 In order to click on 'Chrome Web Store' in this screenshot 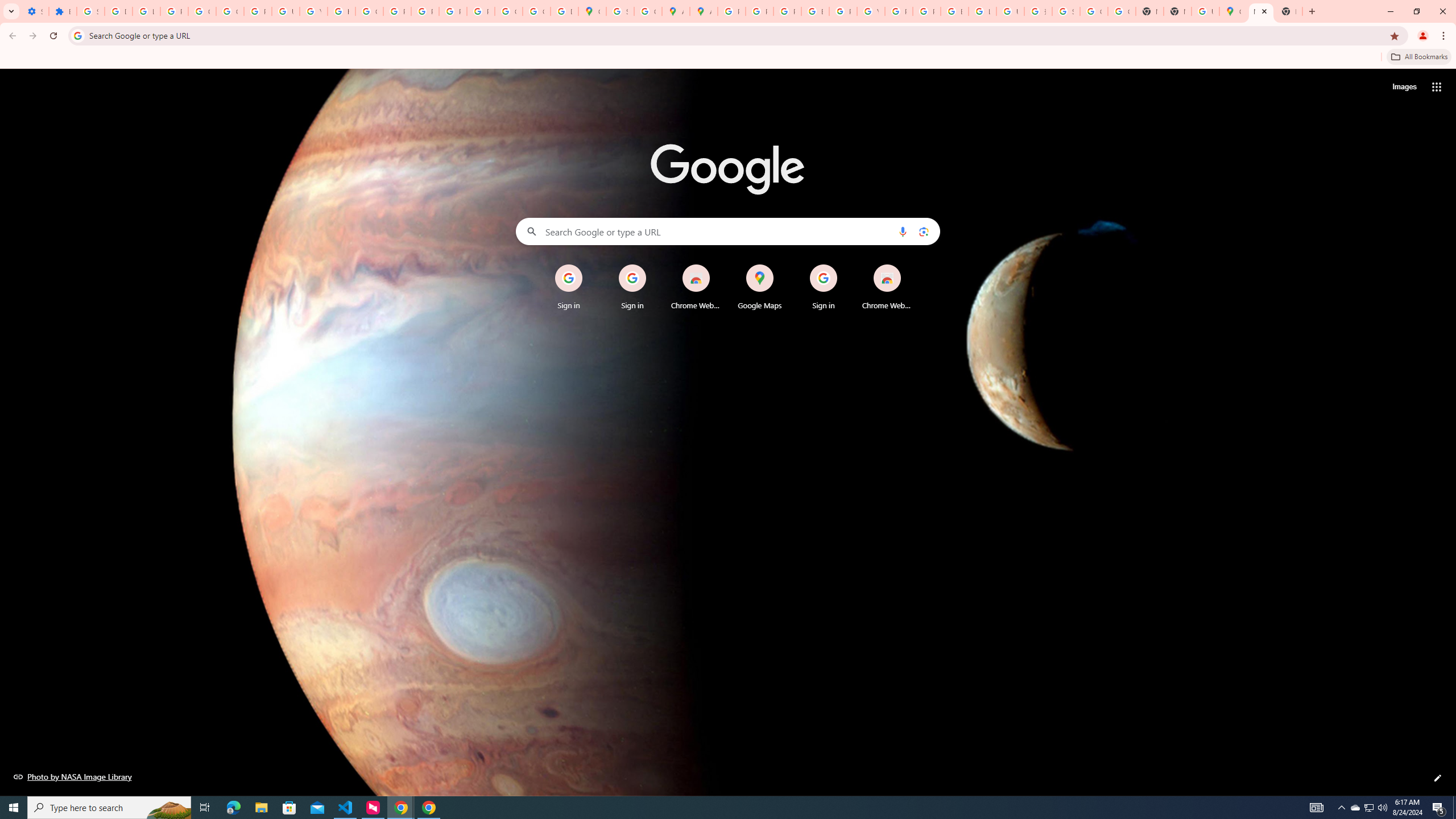, I will do `click(887, 287)`.